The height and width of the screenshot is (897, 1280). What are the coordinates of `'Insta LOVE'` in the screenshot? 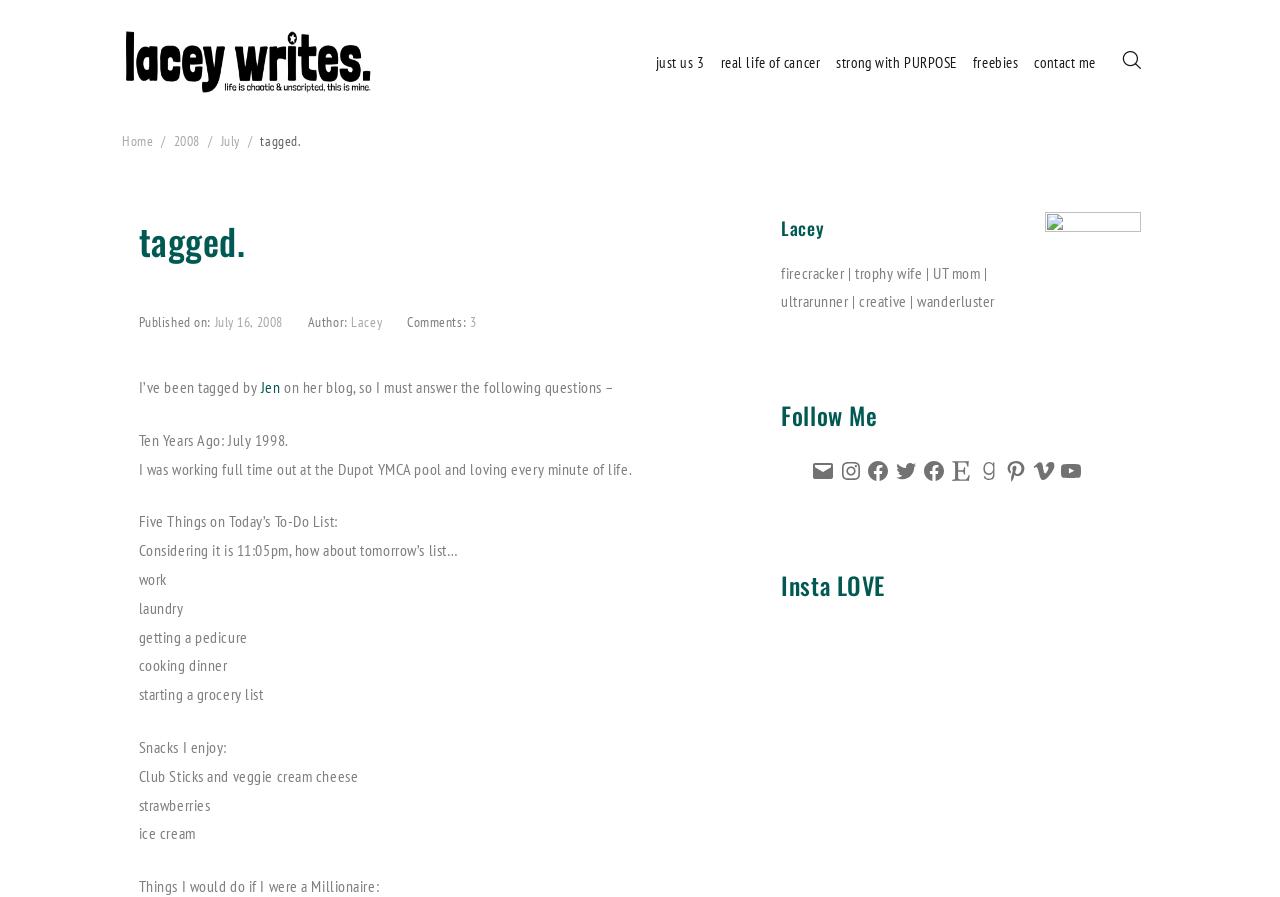 It's located at (832, 584).